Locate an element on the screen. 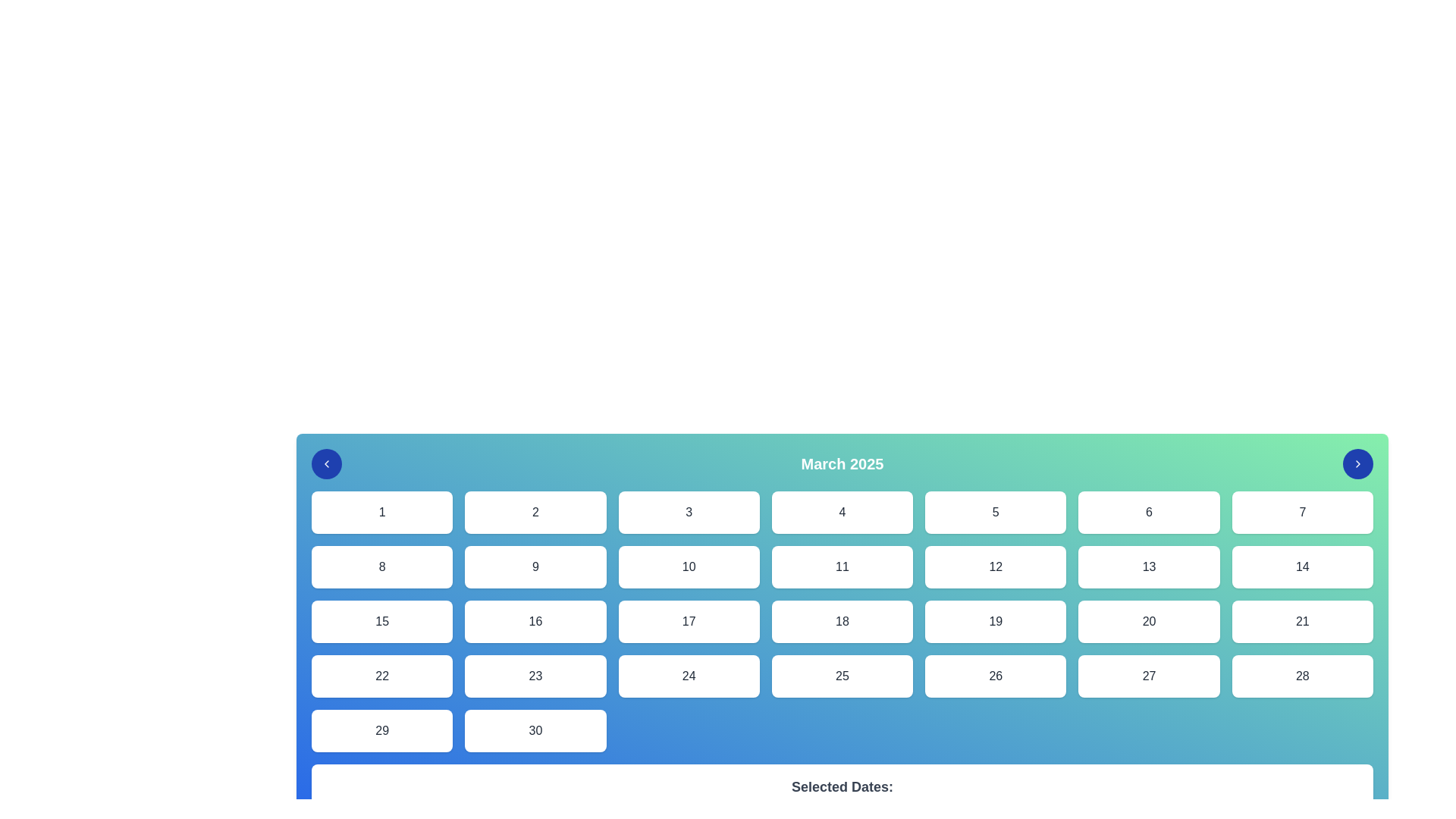  the selectable calendar day button displaying the number '14', which is part of a grid layout located in the second row, seventh column is located at coordinates (1301, 567).